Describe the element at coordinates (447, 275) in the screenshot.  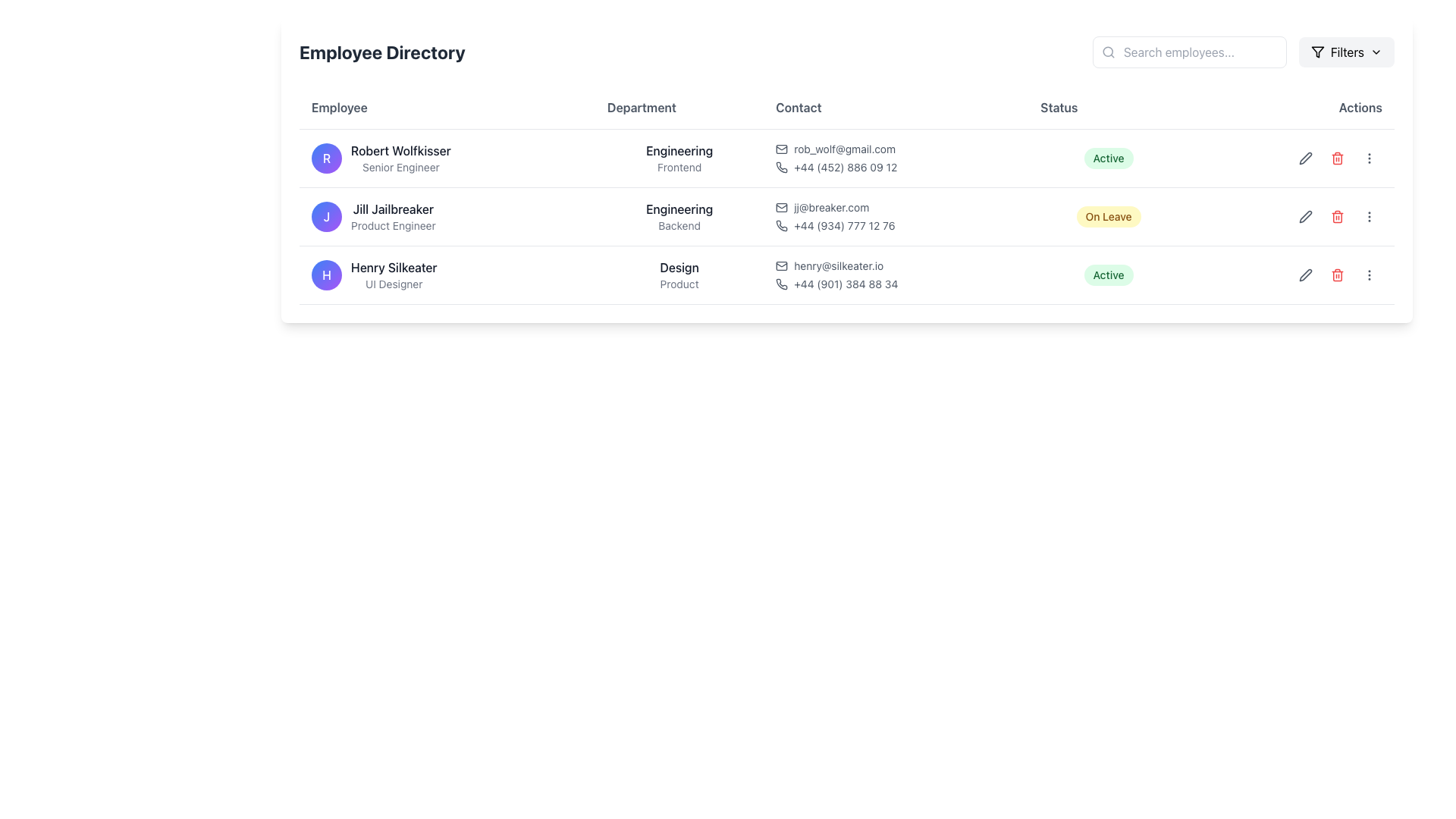
I see `the name 'Henry Silkeater' in the Profile display row` at that location.